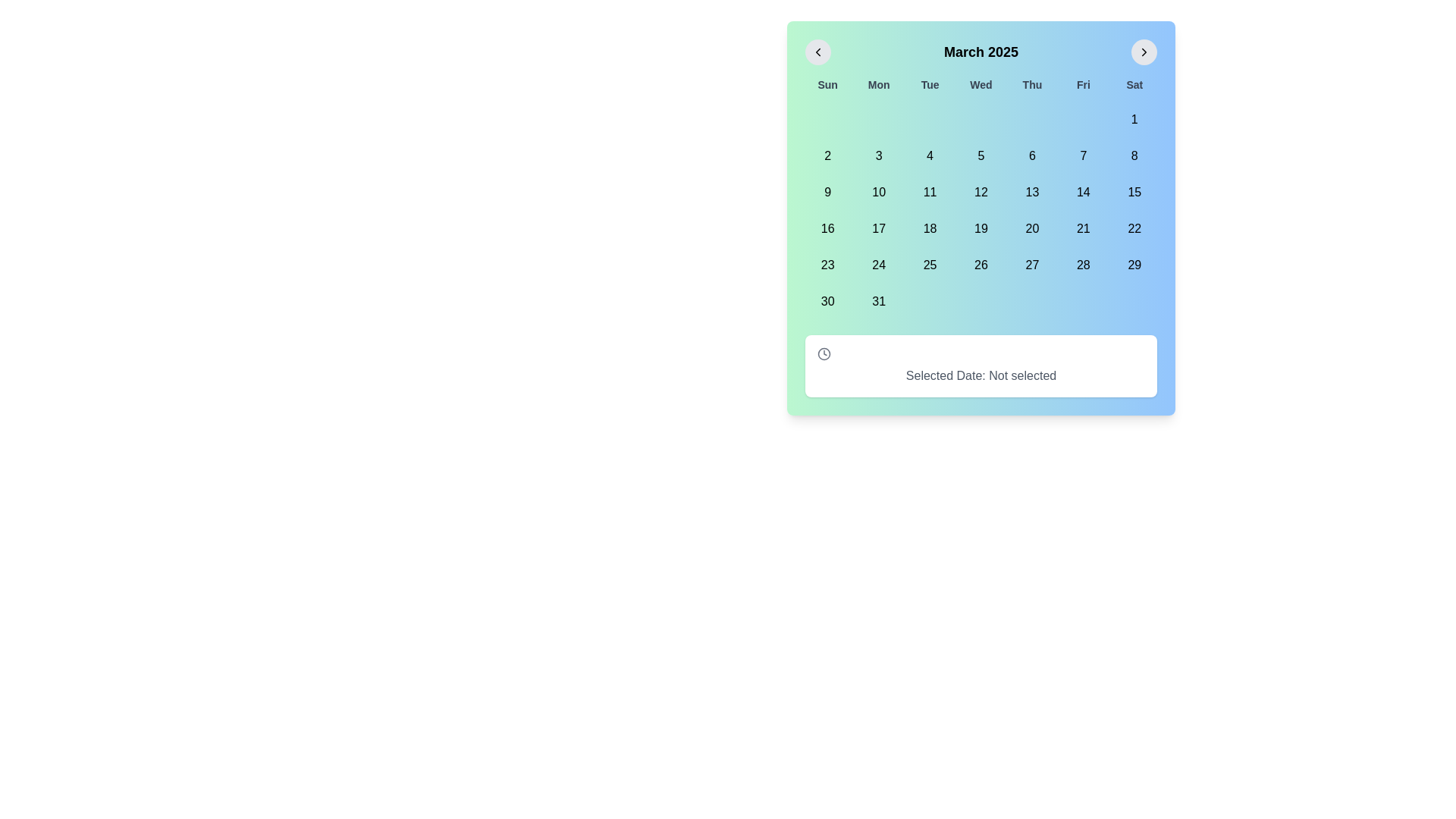  What do you see at coordinates (929, 192) in the screenshot?
I see `the rounded rectangular button labeled '11'` at bounding box center [929, 192].